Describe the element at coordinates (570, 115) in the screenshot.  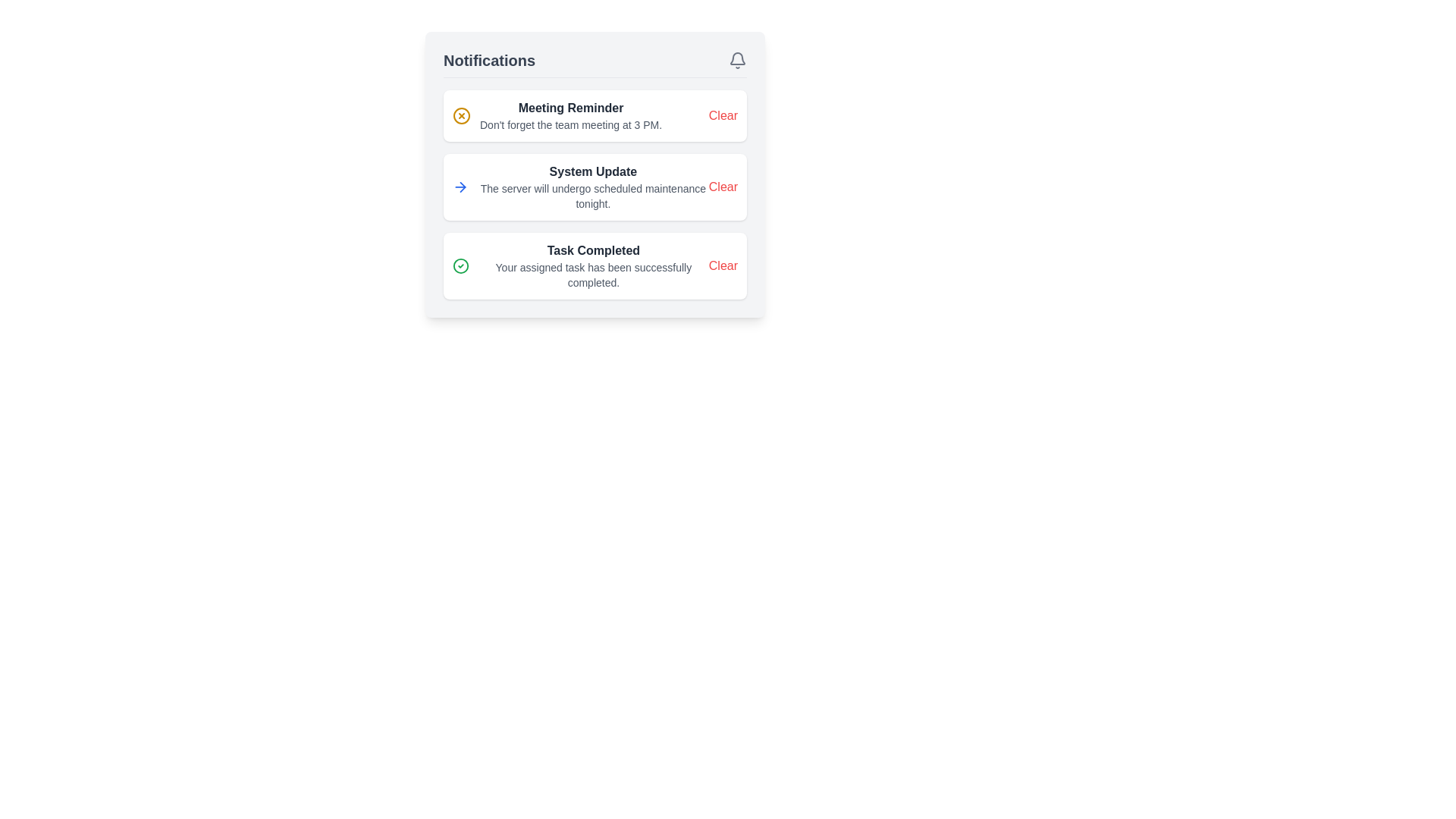
I see `the notification message that reminds the user about the upcoming meeting scheduled for 3 PM, located in the top section of the notification panel` at that location.